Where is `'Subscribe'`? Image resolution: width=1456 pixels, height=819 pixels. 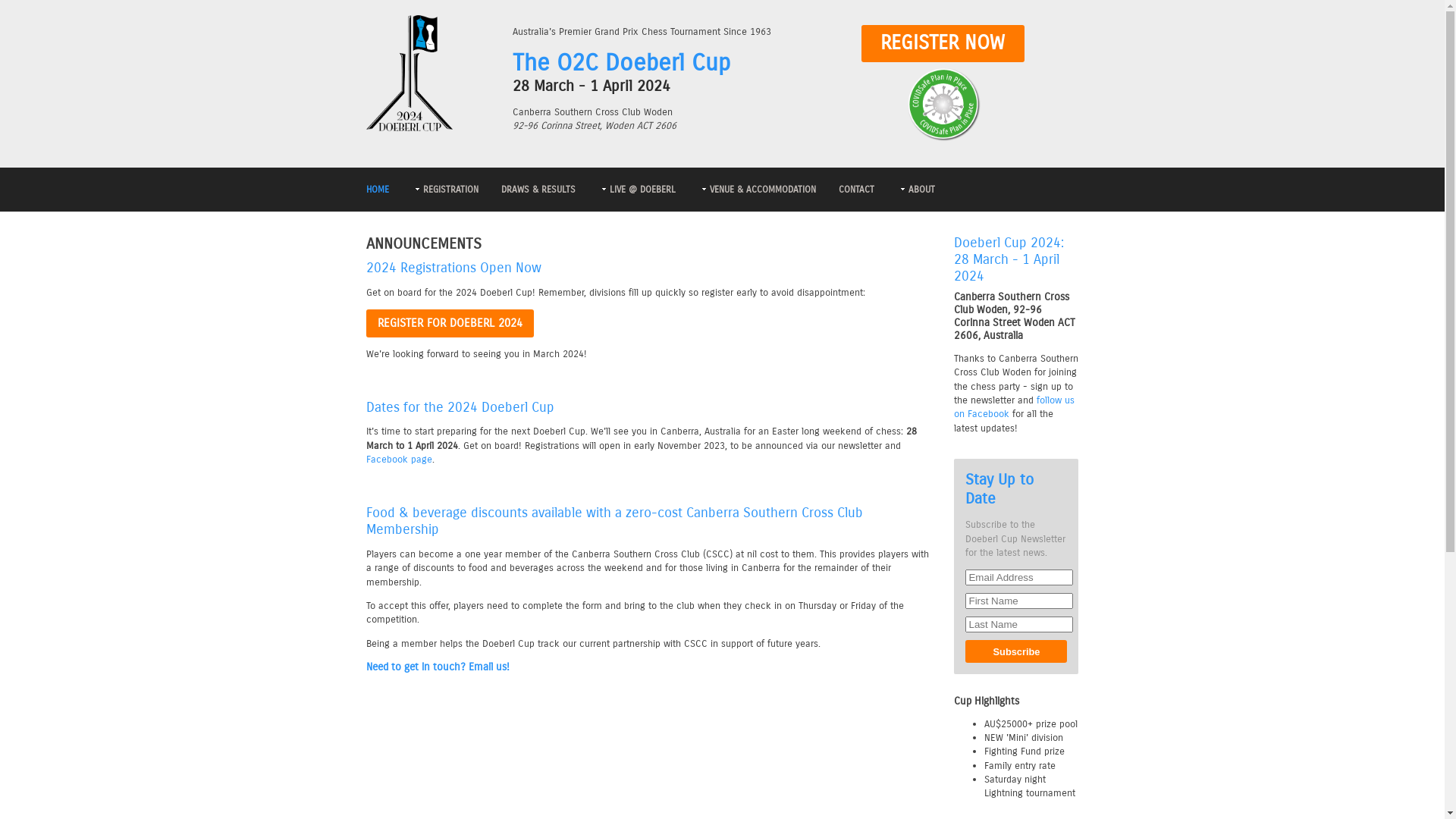 'Subscribe' is located at coordinates (1015, 651).